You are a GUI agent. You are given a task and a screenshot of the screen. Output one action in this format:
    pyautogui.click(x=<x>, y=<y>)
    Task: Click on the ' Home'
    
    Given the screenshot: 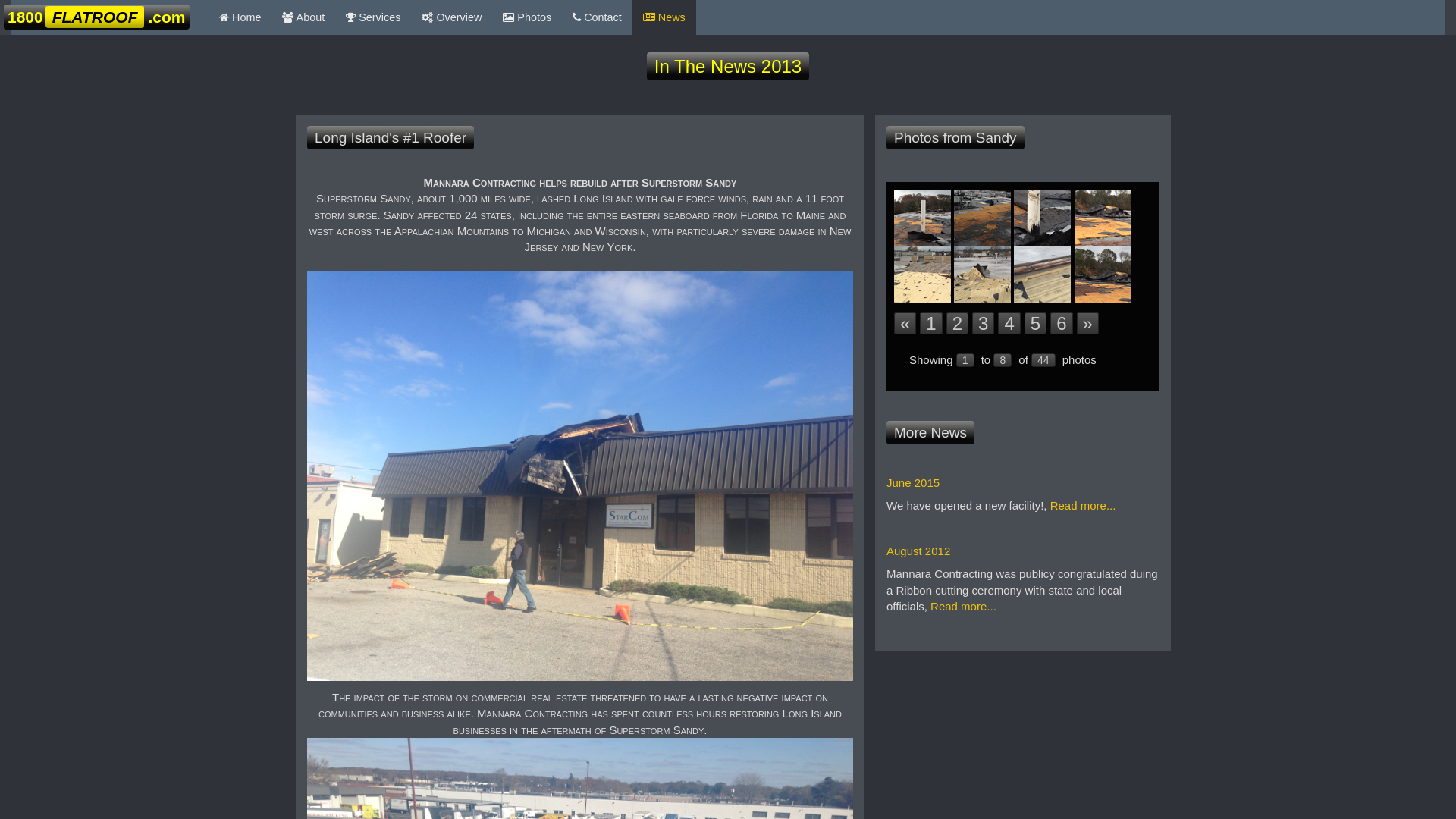 What is the action you would take?
    pyautogui.click(x=239, y=17)
    